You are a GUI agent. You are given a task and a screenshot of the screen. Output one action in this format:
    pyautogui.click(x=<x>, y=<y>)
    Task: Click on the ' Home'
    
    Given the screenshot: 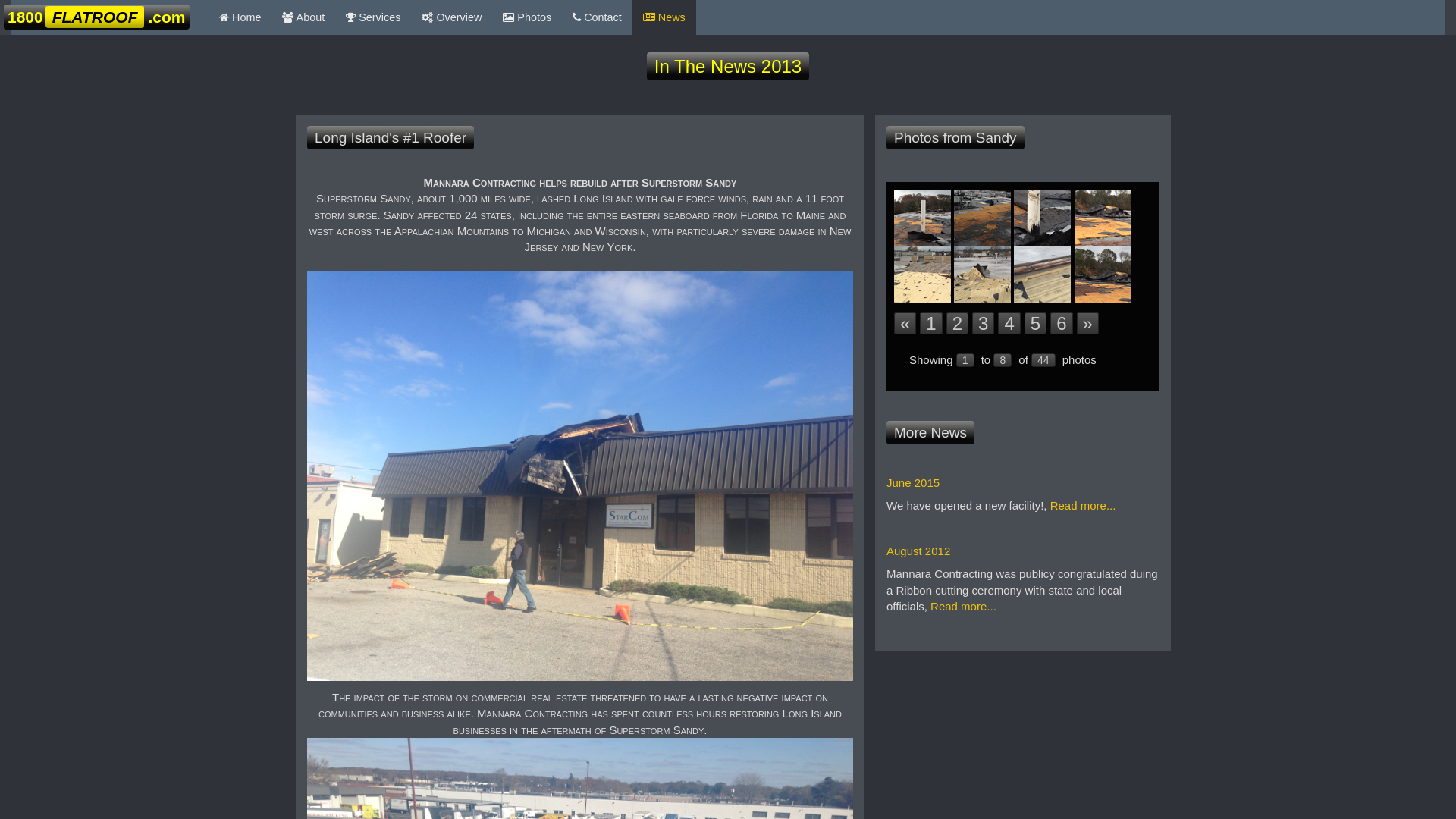 What is the action you would take?
    pyautogui.click(x=239, y=17)
    